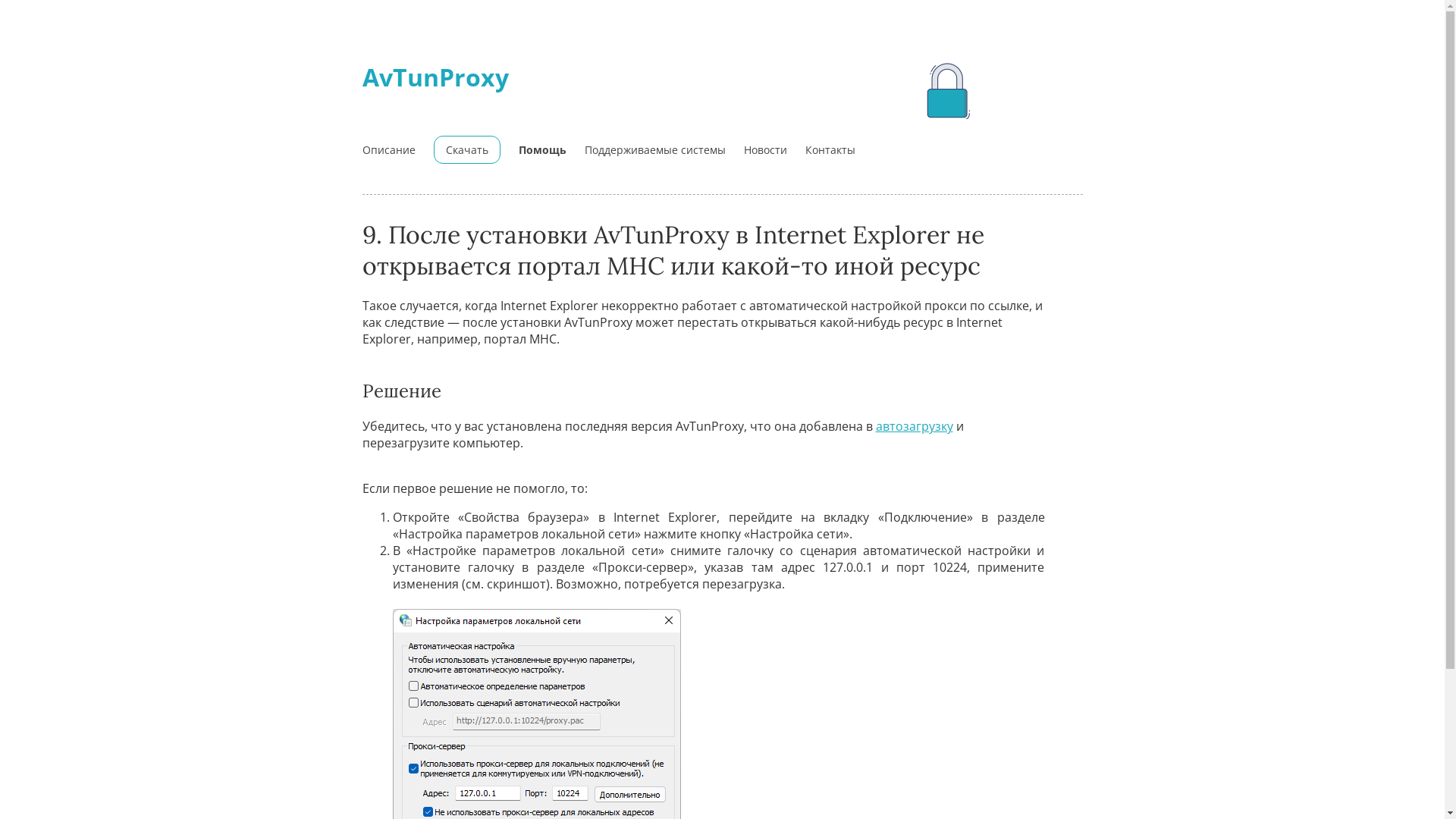  What do you see at coordinates (362, 77) in the screenshot?
I see `'AvTunProxy'` at bounding box center [362, 77].